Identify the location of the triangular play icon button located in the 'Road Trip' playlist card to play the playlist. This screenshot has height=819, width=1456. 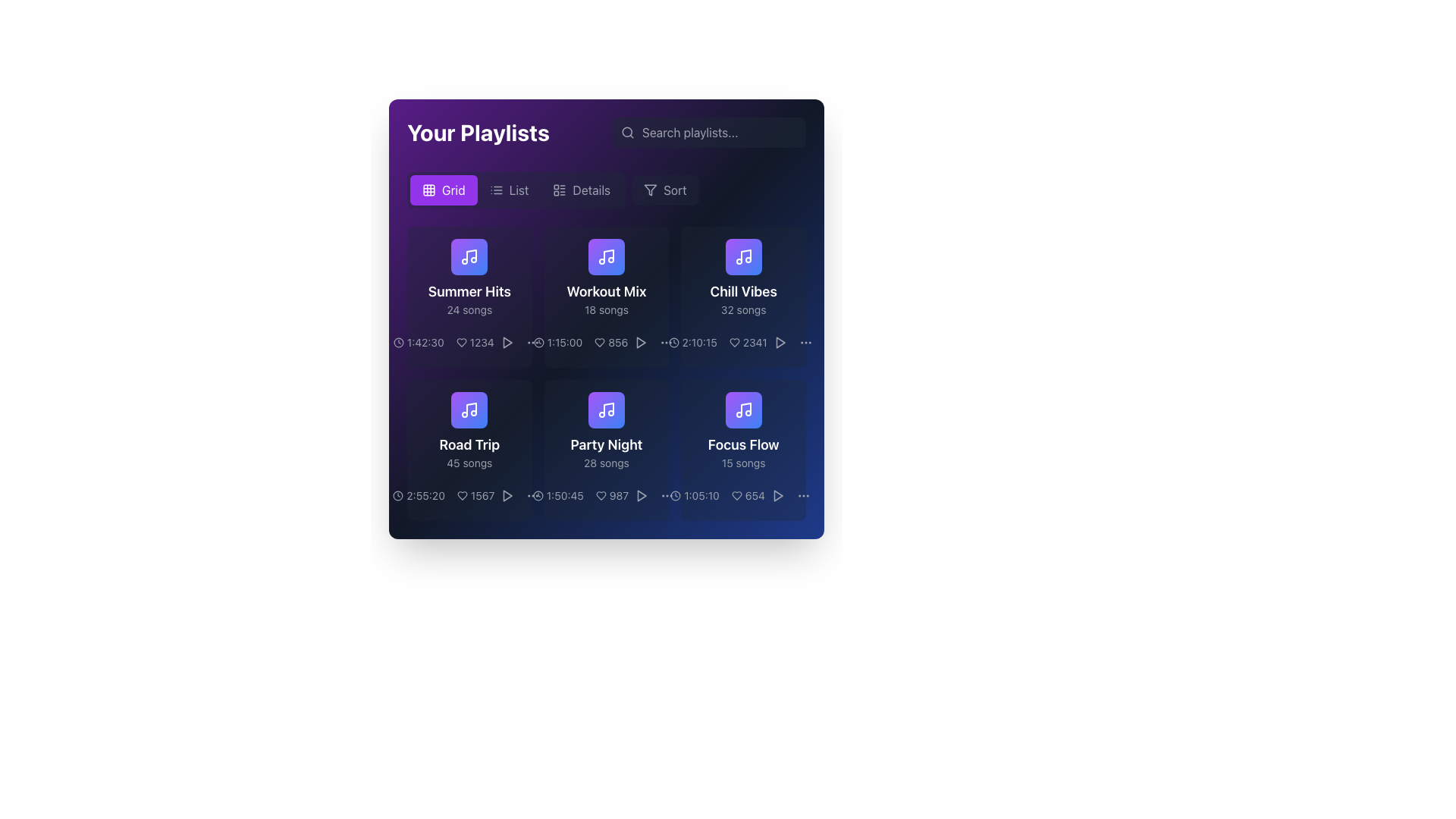
(507, 496).